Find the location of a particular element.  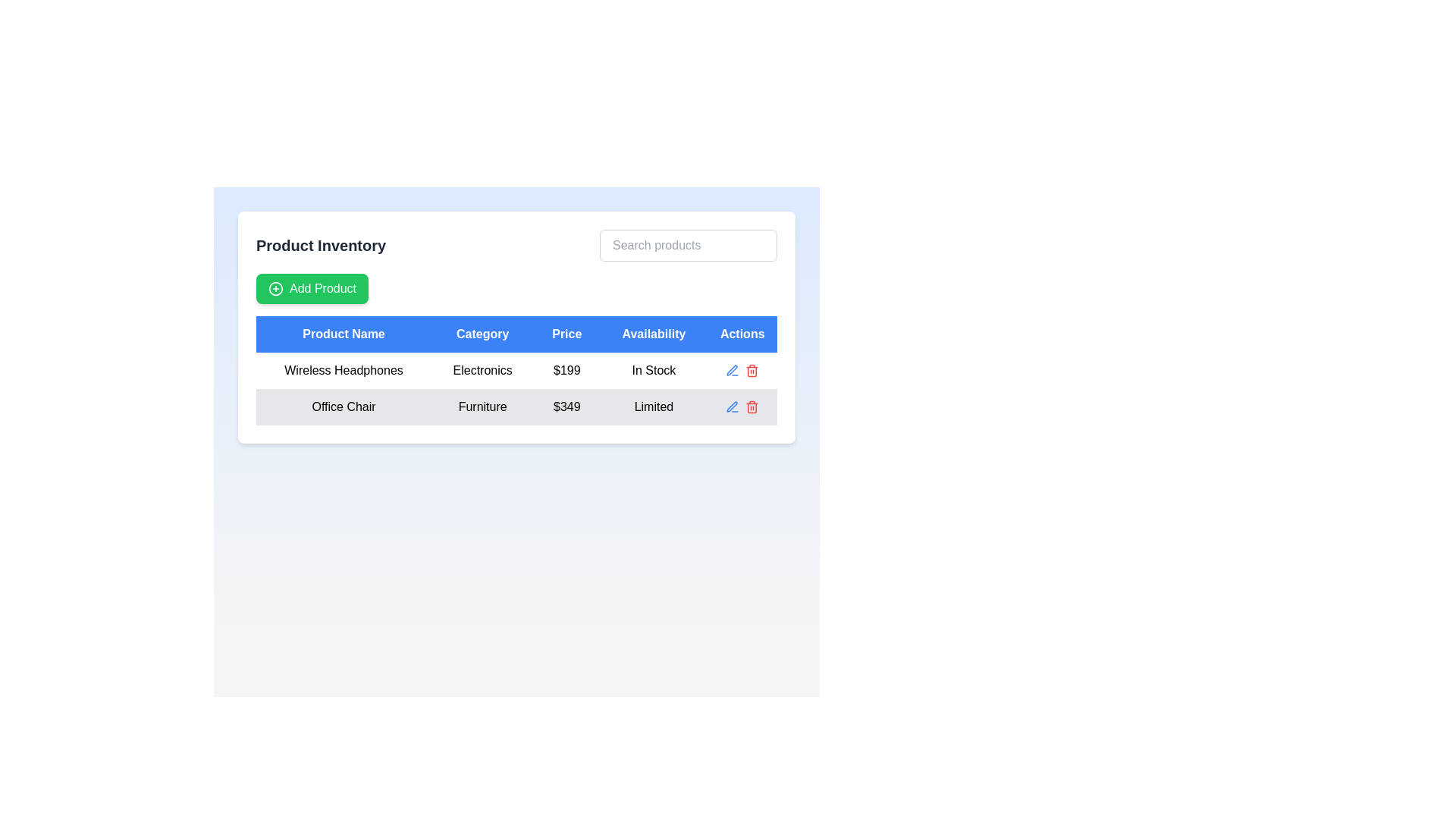

the 'Category' text header, which is the second header in the table, positioned between 'Product Name' and 'Price' is located at coordinates (482, 333).